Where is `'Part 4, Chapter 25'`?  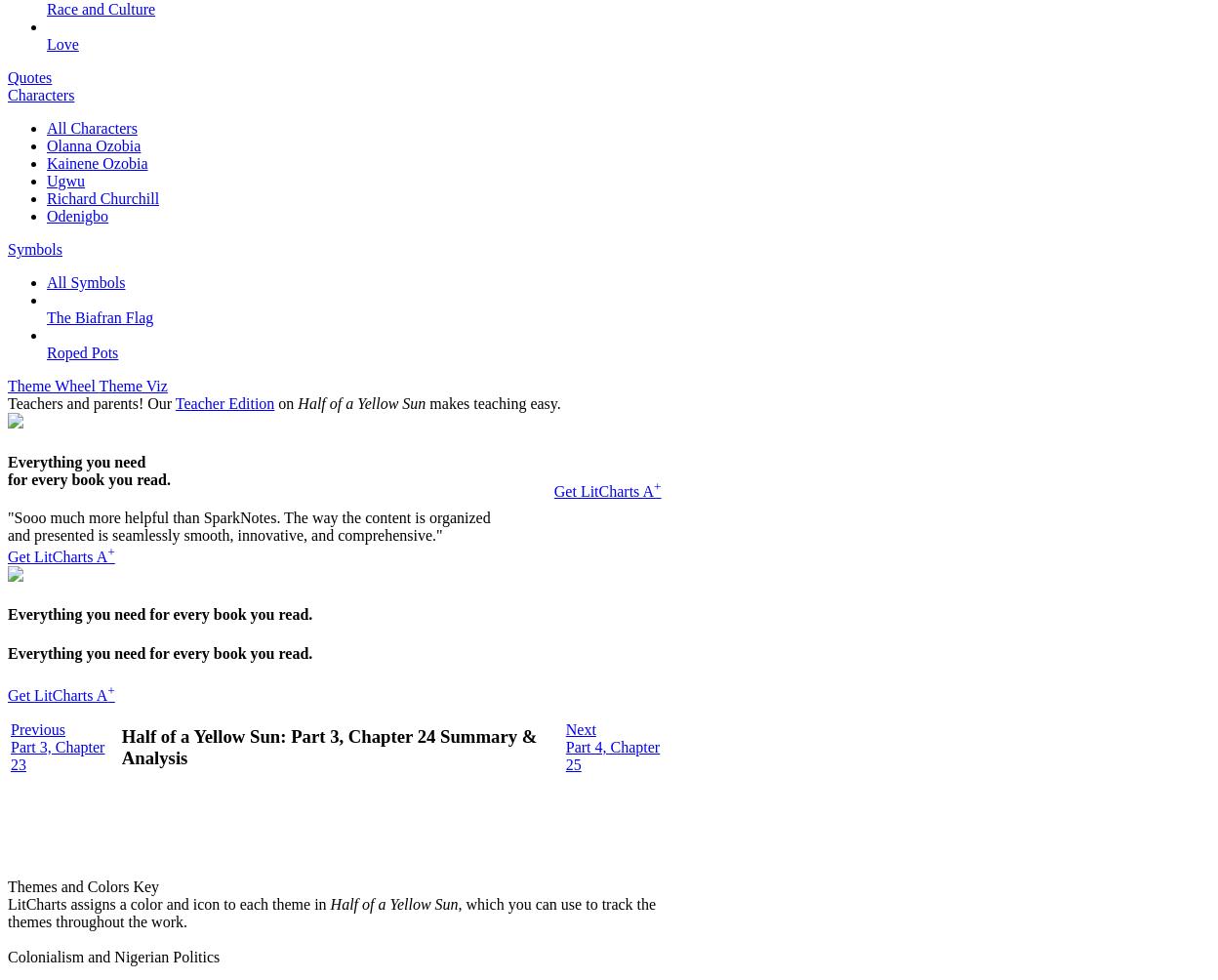
'Part 4, Chapter 25' is located at coordinates (563, 755).